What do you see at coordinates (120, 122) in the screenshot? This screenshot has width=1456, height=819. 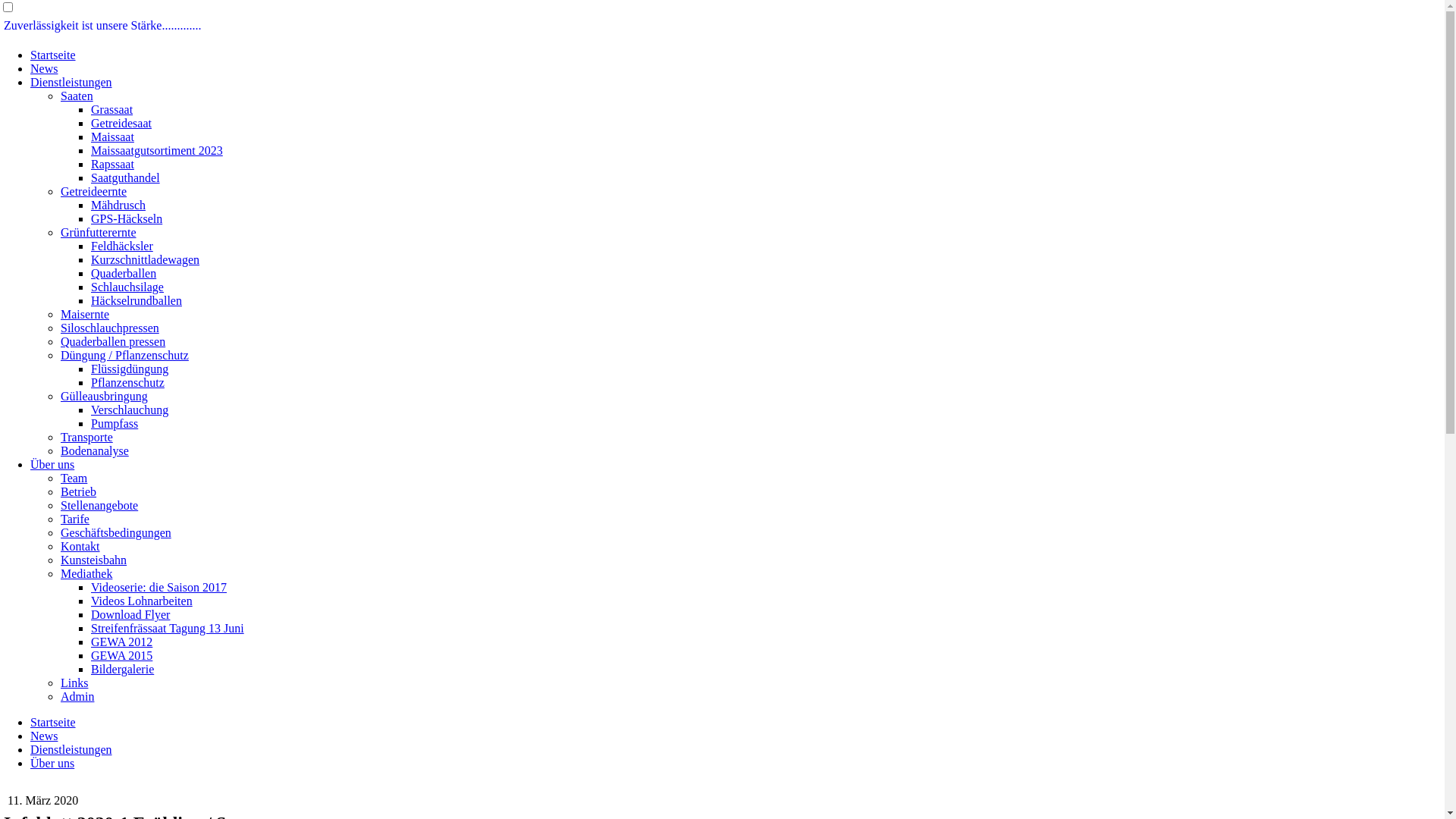 I see `'Getreidesaat'` at bounding box center [120, 122].